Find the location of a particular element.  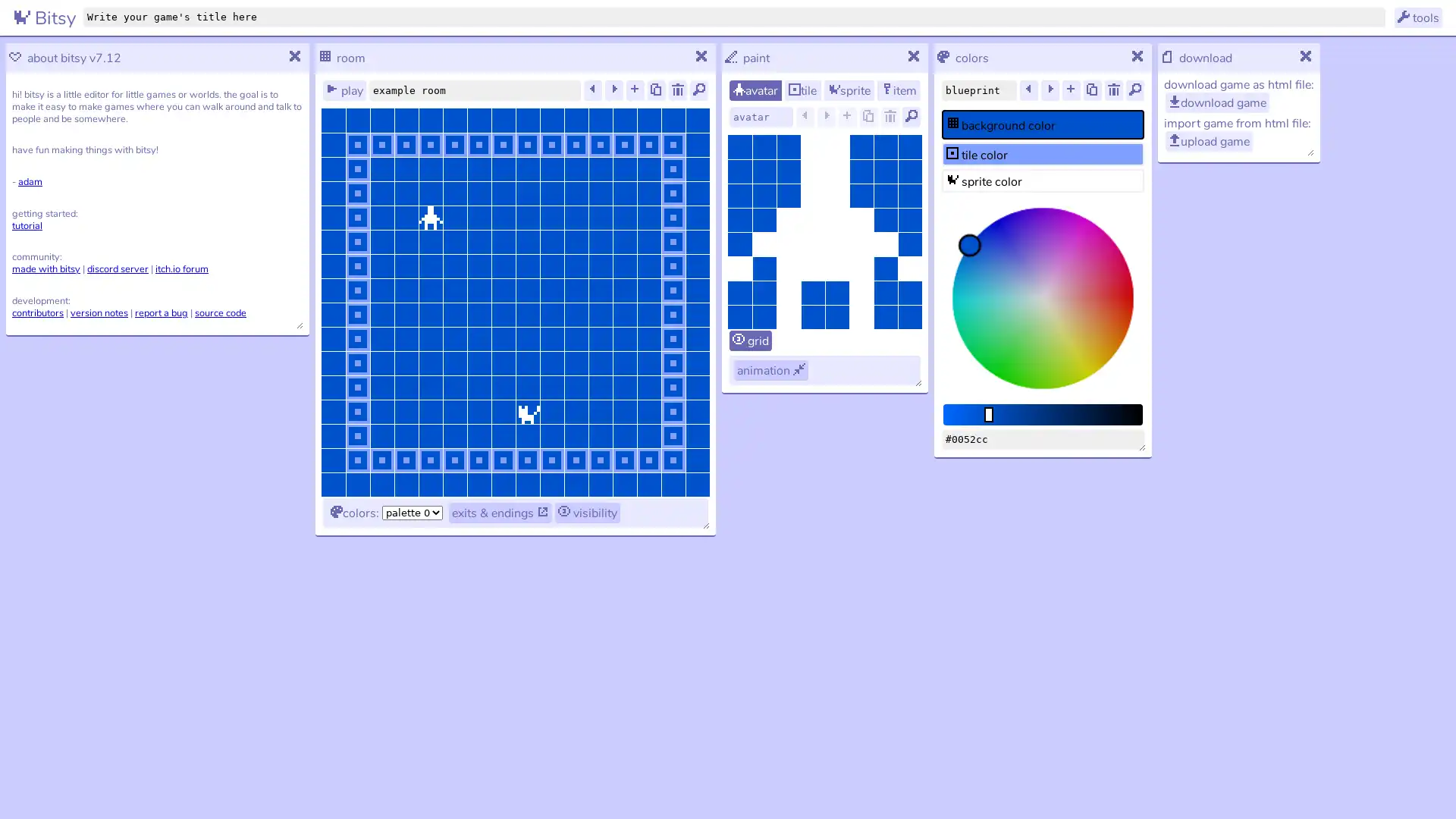

duplicate room is located at coordinates (656, 90).